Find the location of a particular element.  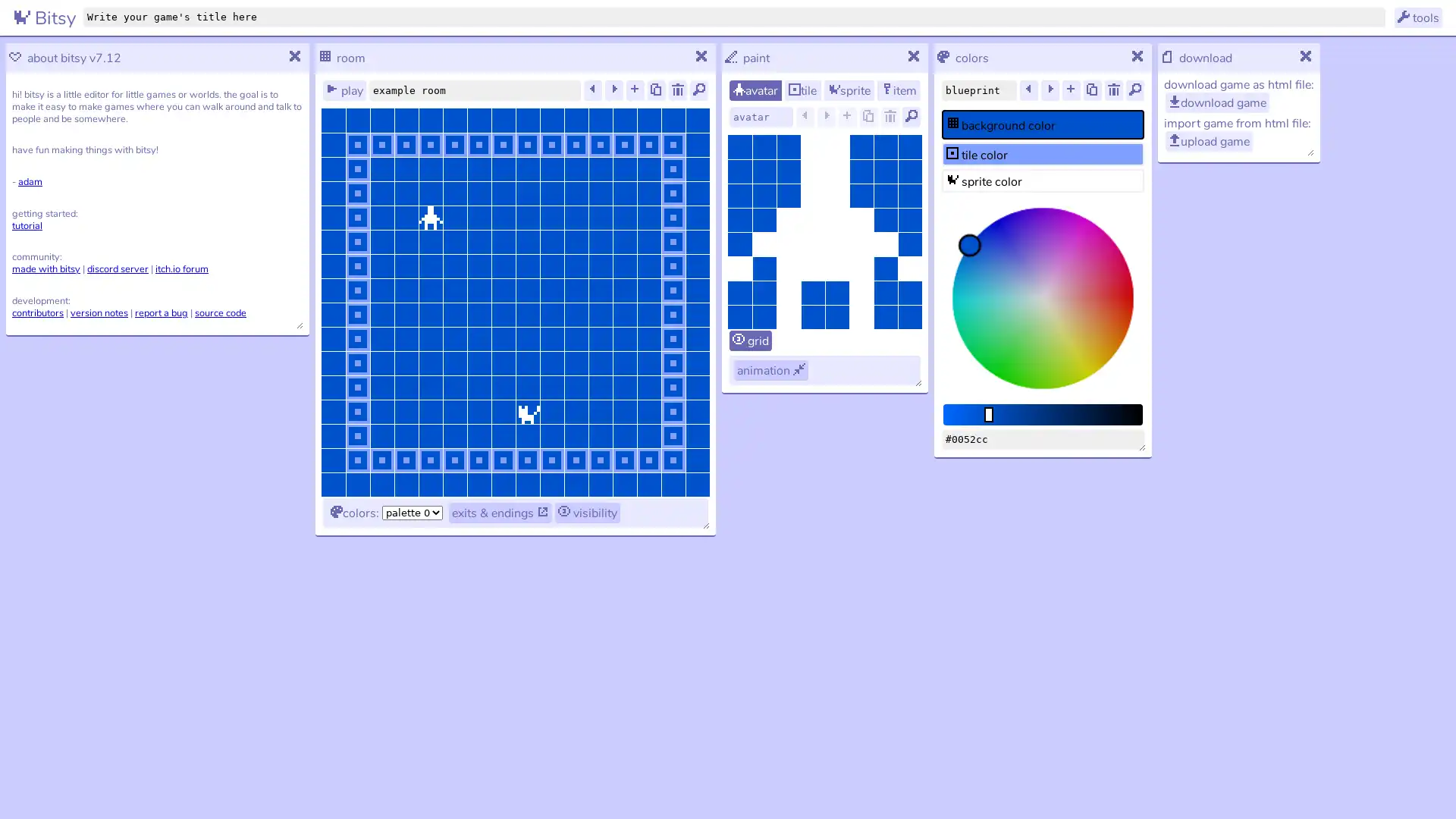

duplicate room is located at coordinates (656, 90).